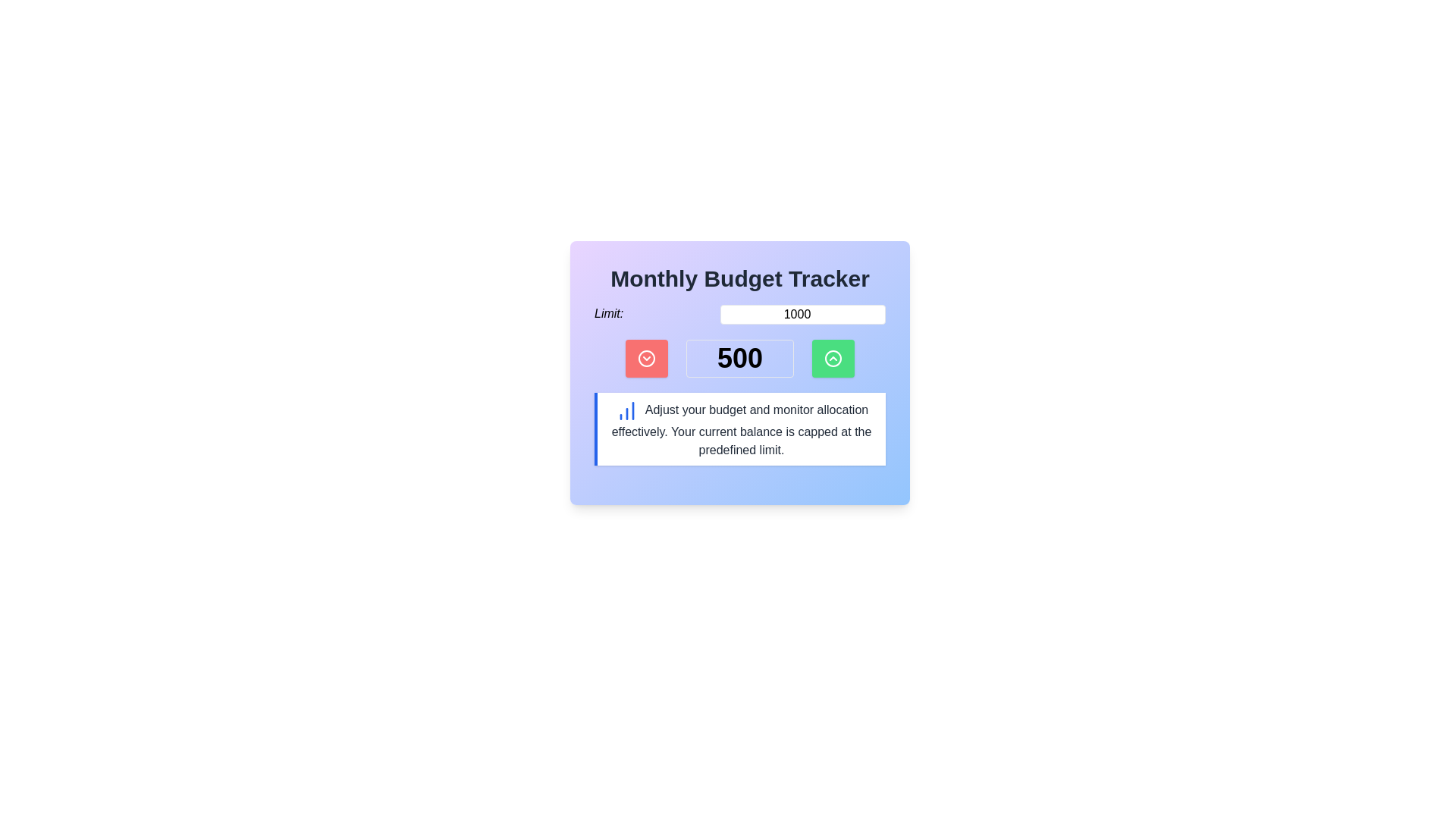 The image size is (1456, 819). I want to click on the small blue icon resembling a bar chart with three vertical bars of different heights, which is positioned to the left of the descriptive text about budget adjustment, so click(626, 411).